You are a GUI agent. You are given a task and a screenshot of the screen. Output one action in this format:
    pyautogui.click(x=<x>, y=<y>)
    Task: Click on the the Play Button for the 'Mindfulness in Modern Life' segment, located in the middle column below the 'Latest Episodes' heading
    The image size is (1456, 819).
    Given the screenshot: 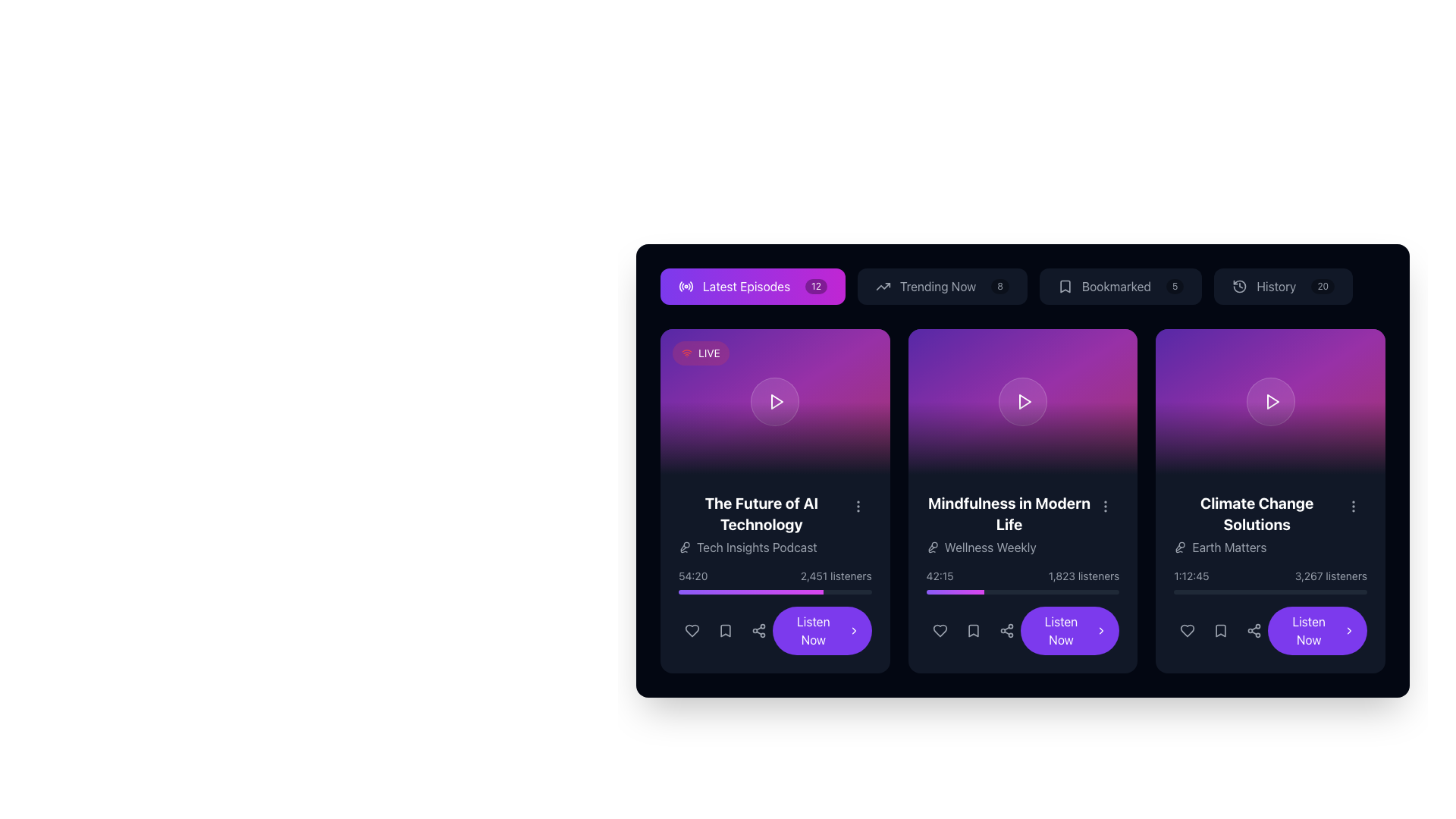 What is the action you would take?
    pyautogui.click(x=1022, y=400)
    